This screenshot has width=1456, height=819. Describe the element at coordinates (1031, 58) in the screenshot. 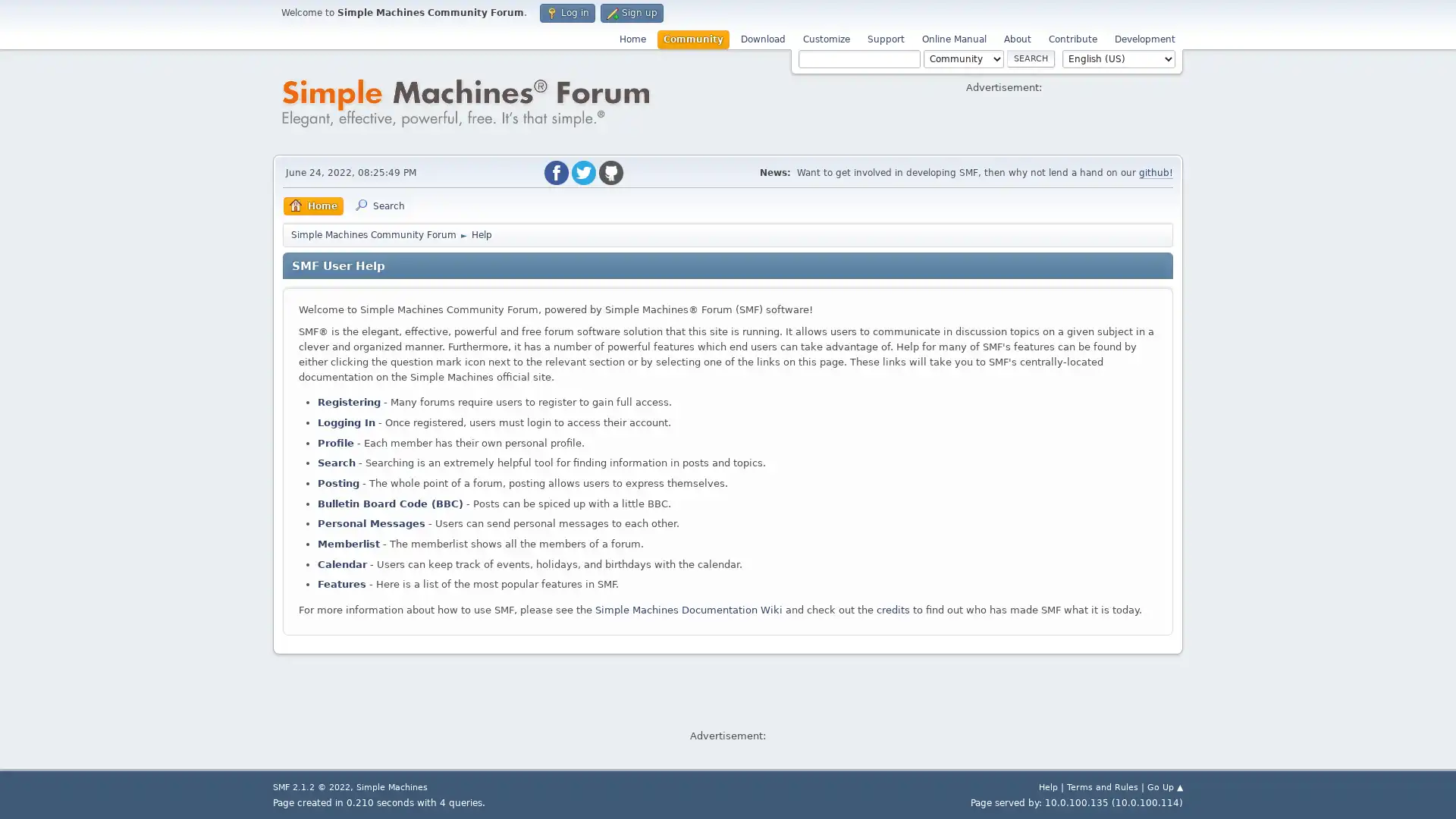

I see `SEARCH` at that location.